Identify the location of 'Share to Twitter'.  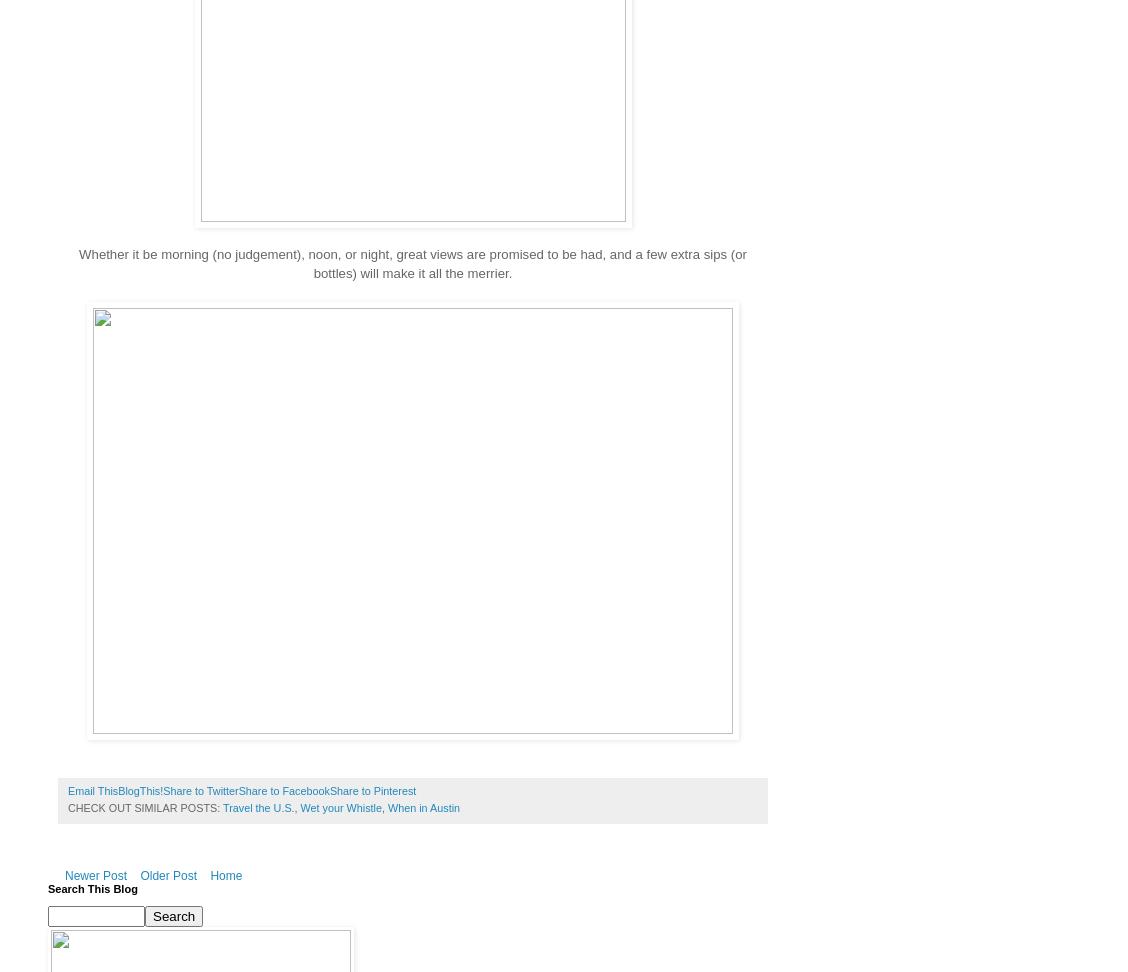
(199, 790).